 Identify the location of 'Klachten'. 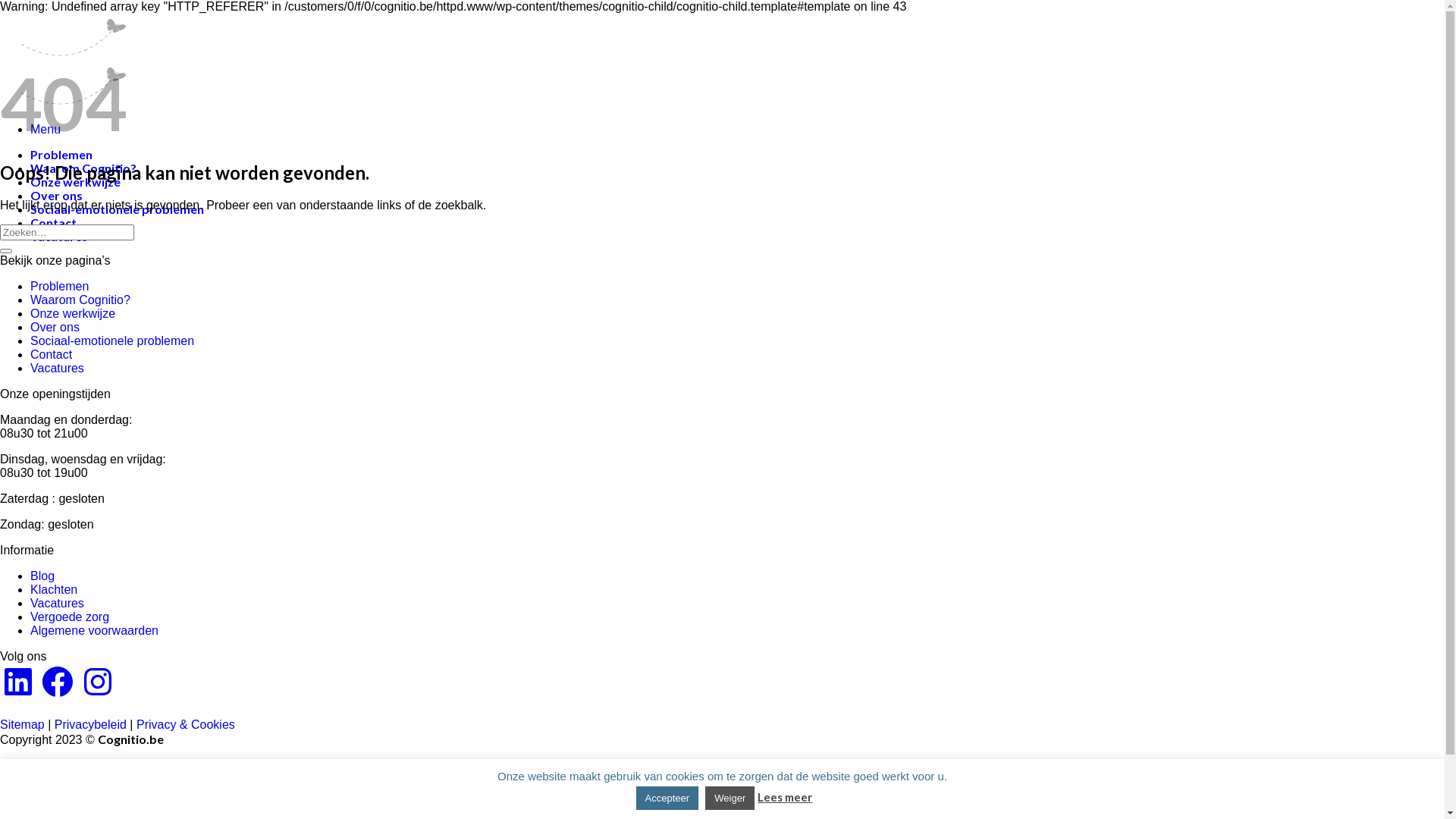
(54, 588).